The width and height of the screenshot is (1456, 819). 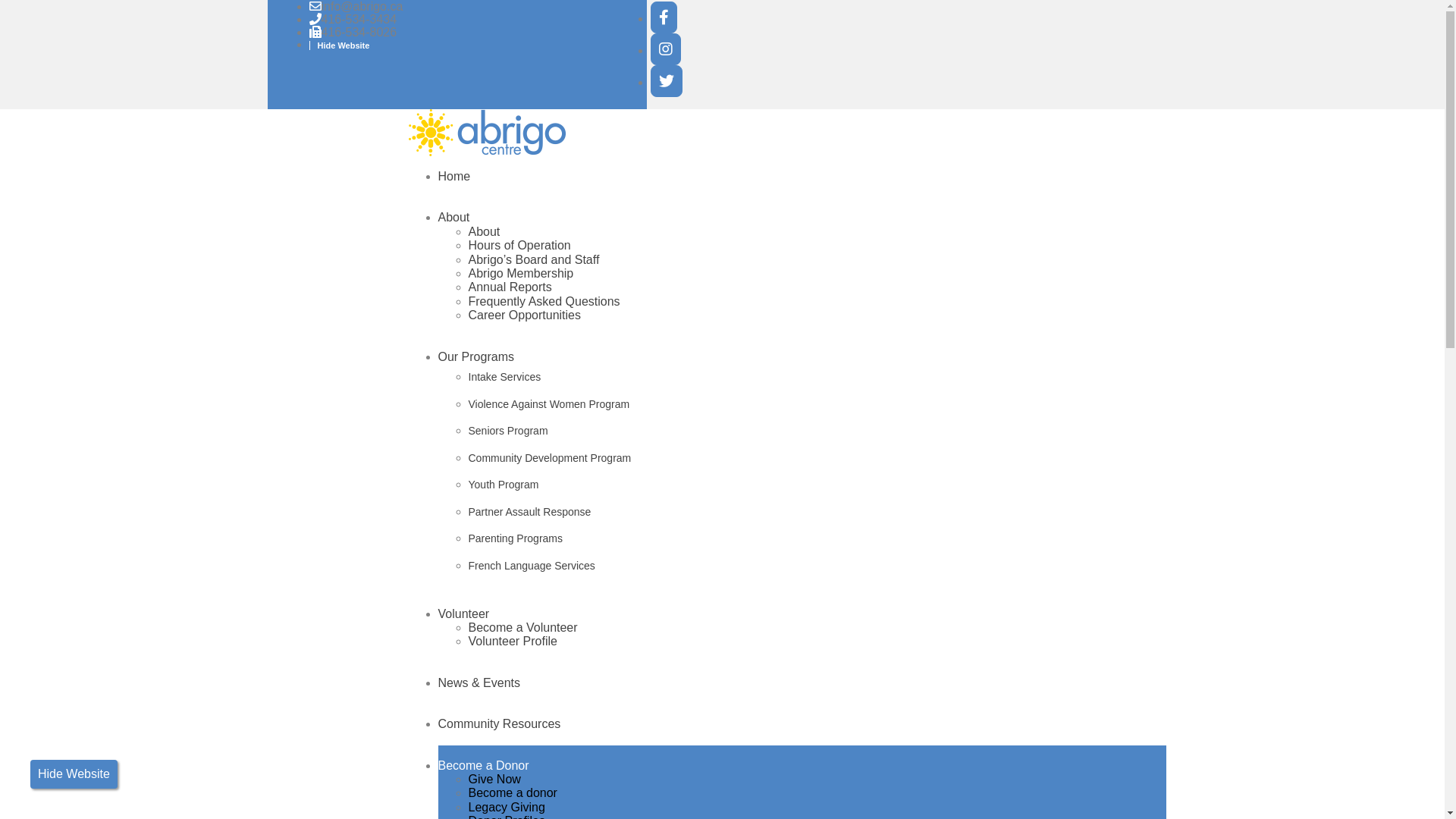 What do you see at coordinates (499, 723) in the screenshot?
I see `'Community Resources'` at bounding box center [499, 723].